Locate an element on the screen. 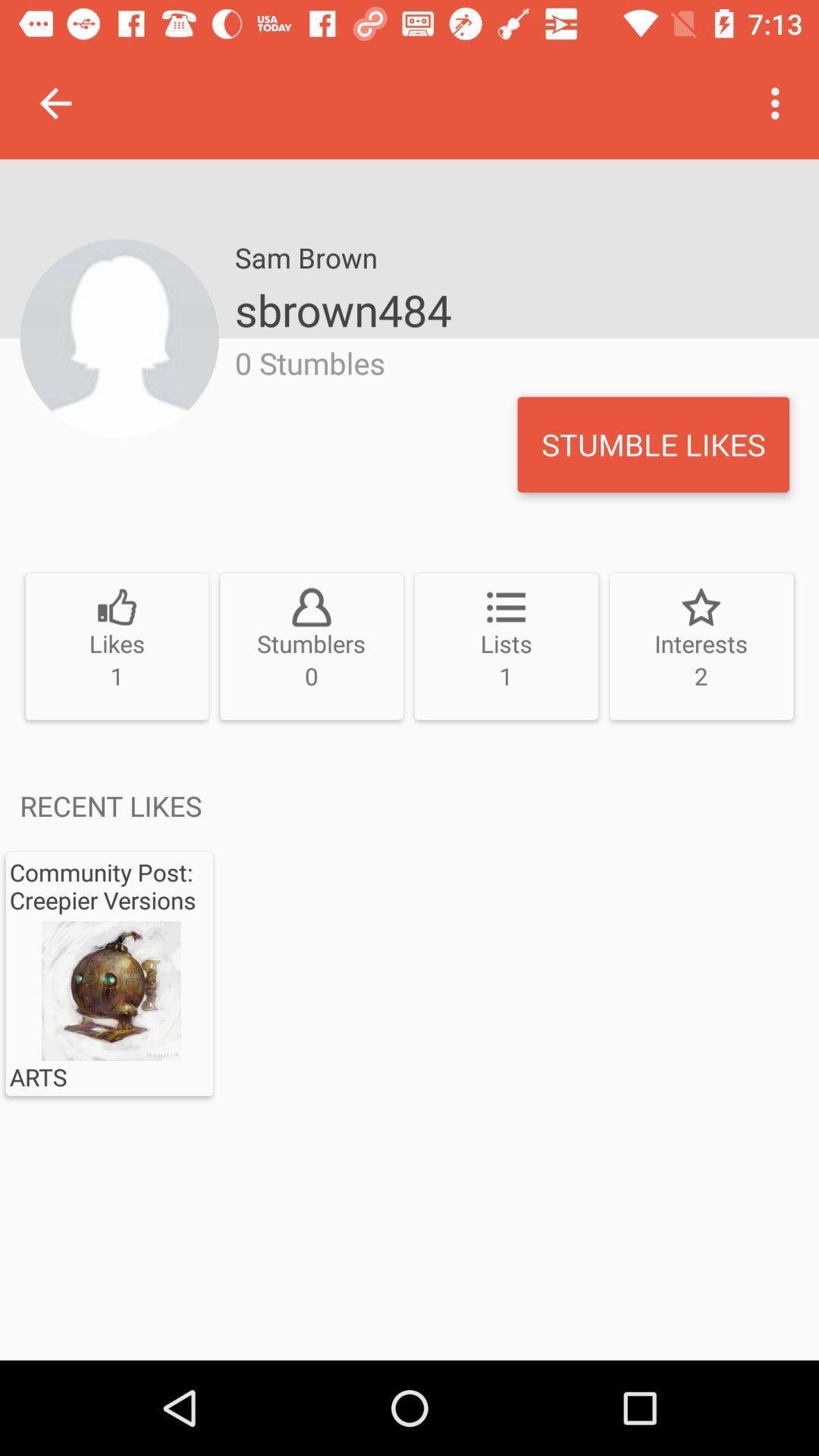  the icon to the right of 0 stumbles is located at coordinates (652, 444).